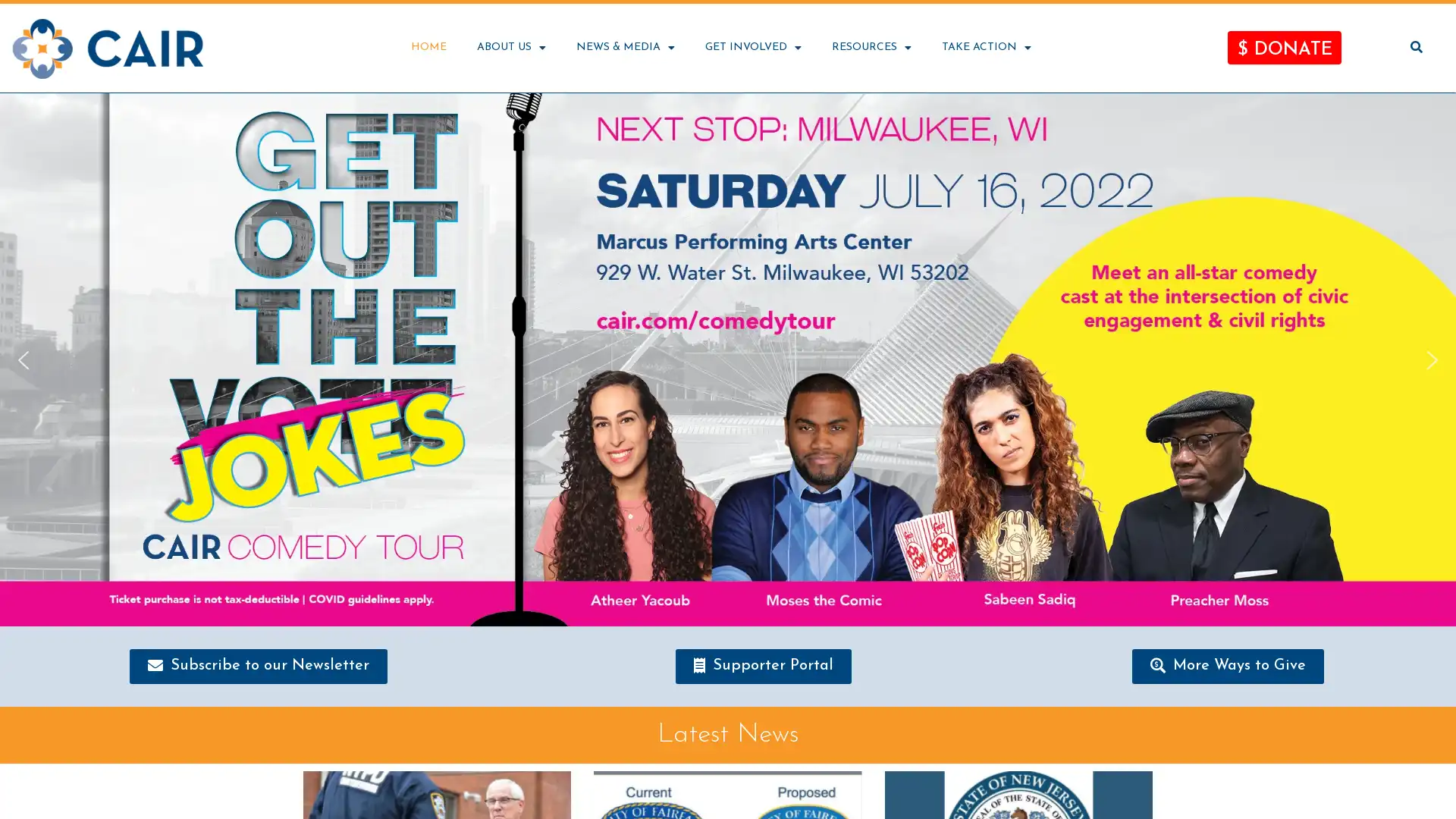 The height and width of the screenshot is (819, 1456). I want to click on previous arrow, so click(23, 359).